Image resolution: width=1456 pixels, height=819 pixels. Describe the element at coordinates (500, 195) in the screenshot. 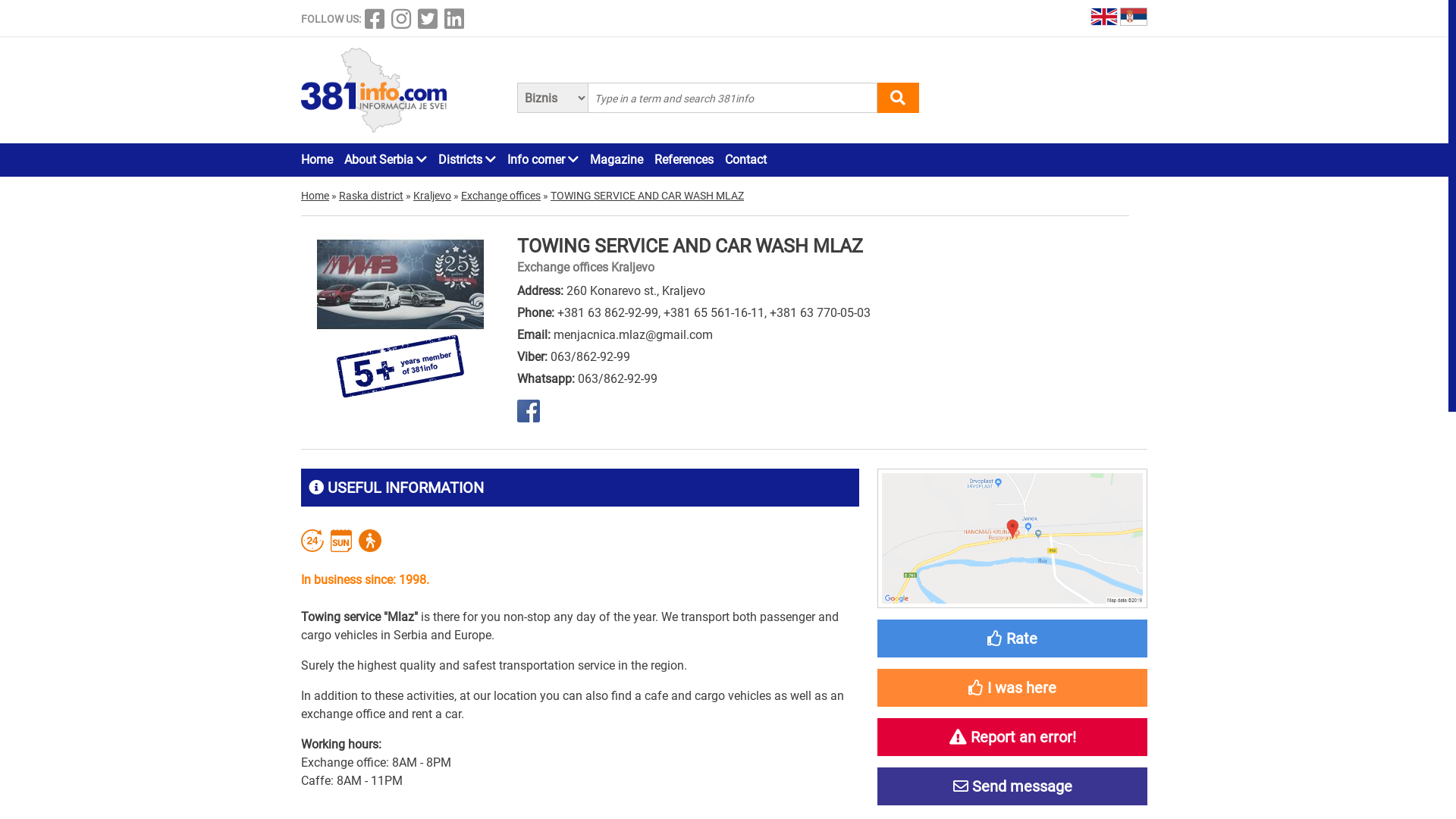

I see `'Exchange offices'` at that location.